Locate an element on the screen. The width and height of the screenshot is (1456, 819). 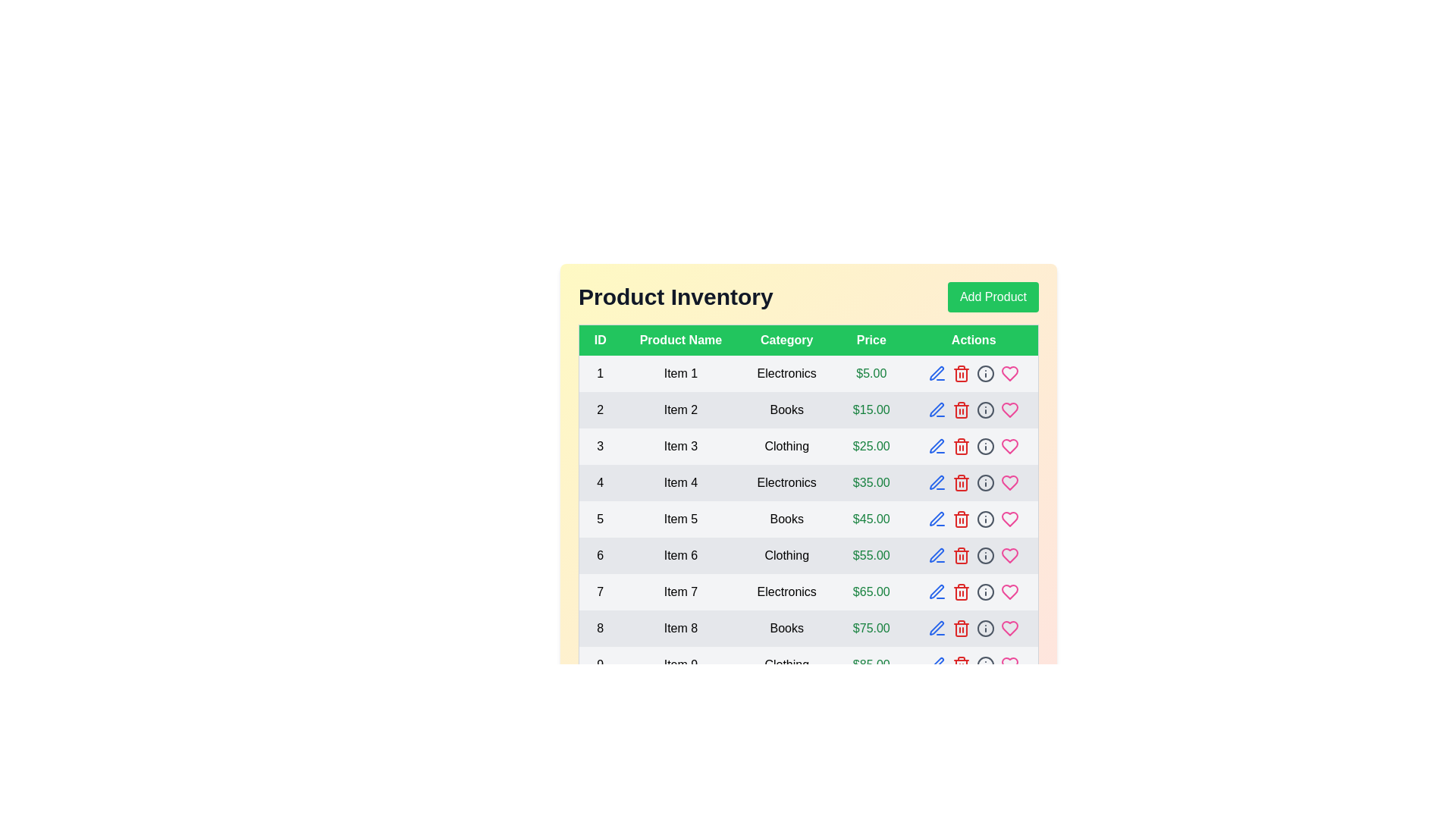
the header ID to sort or filter the table is located at coordinates (599, 339).